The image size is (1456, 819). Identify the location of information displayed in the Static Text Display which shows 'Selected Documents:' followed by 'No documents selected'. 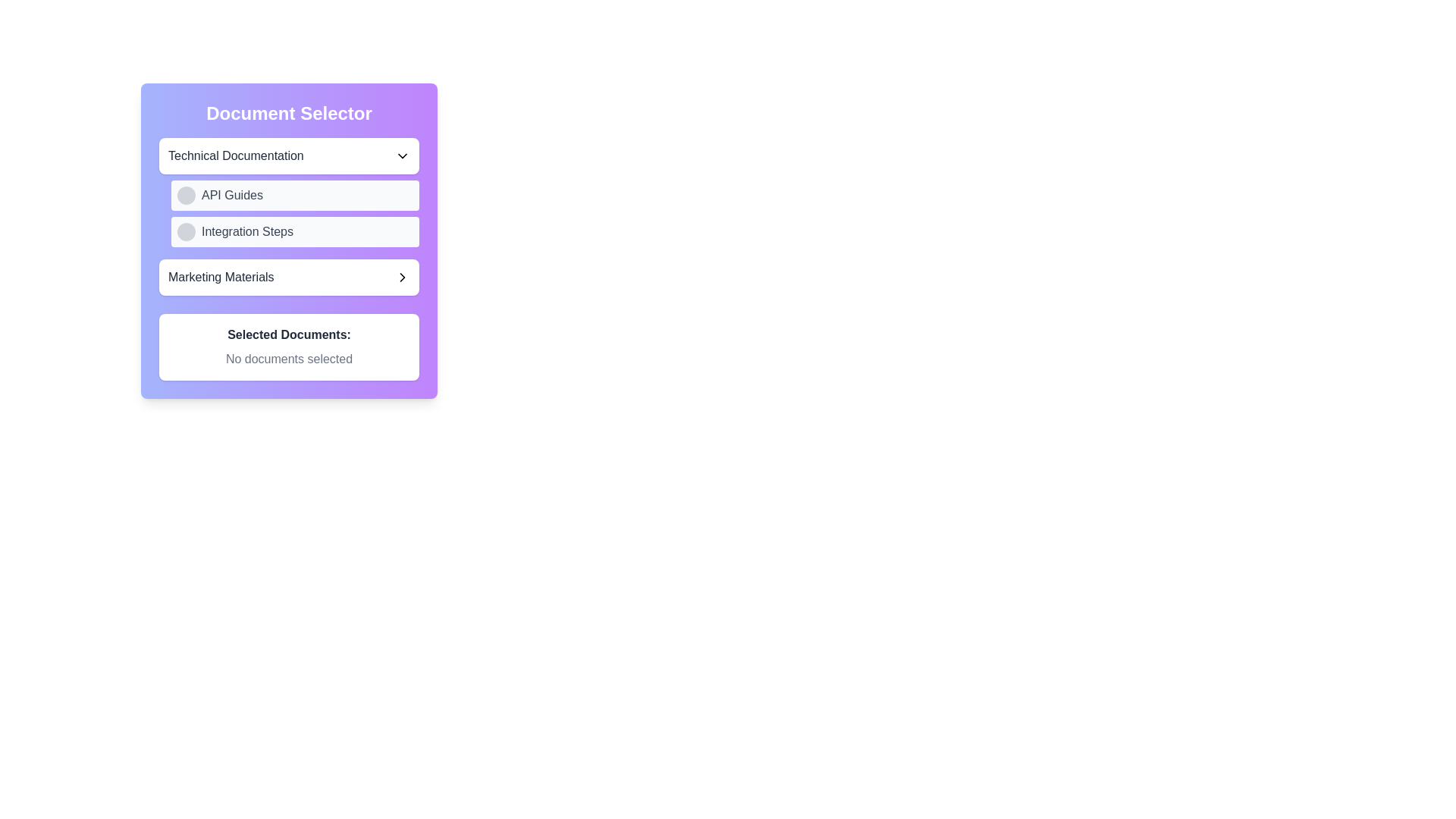
(289, 347).